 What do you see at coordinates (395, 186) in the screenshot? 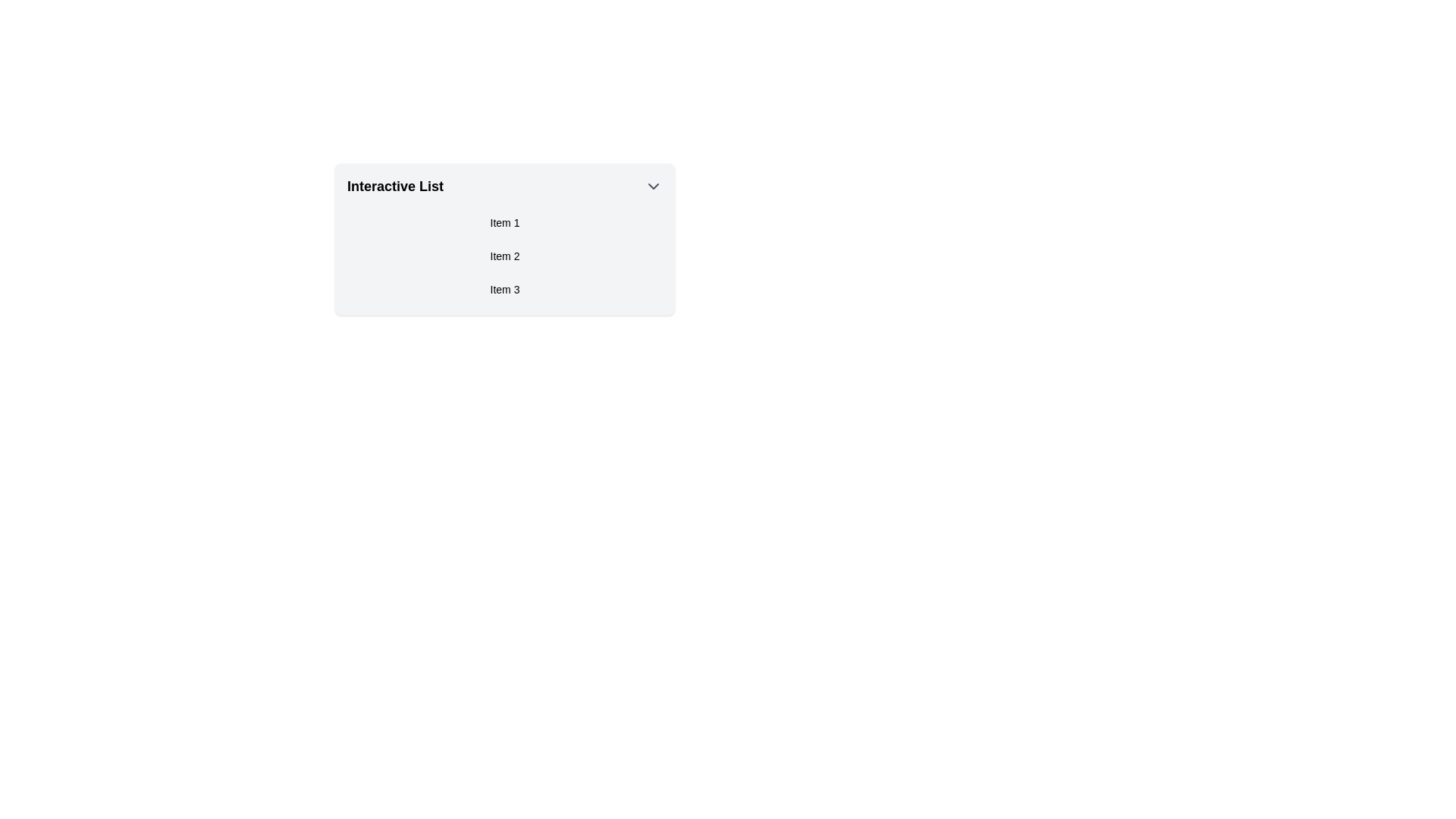
I see `the text label that serves as the header for the interactive list, located at the top left of the list, above other elements like the chevron icon` at bounding box center [395, 186].